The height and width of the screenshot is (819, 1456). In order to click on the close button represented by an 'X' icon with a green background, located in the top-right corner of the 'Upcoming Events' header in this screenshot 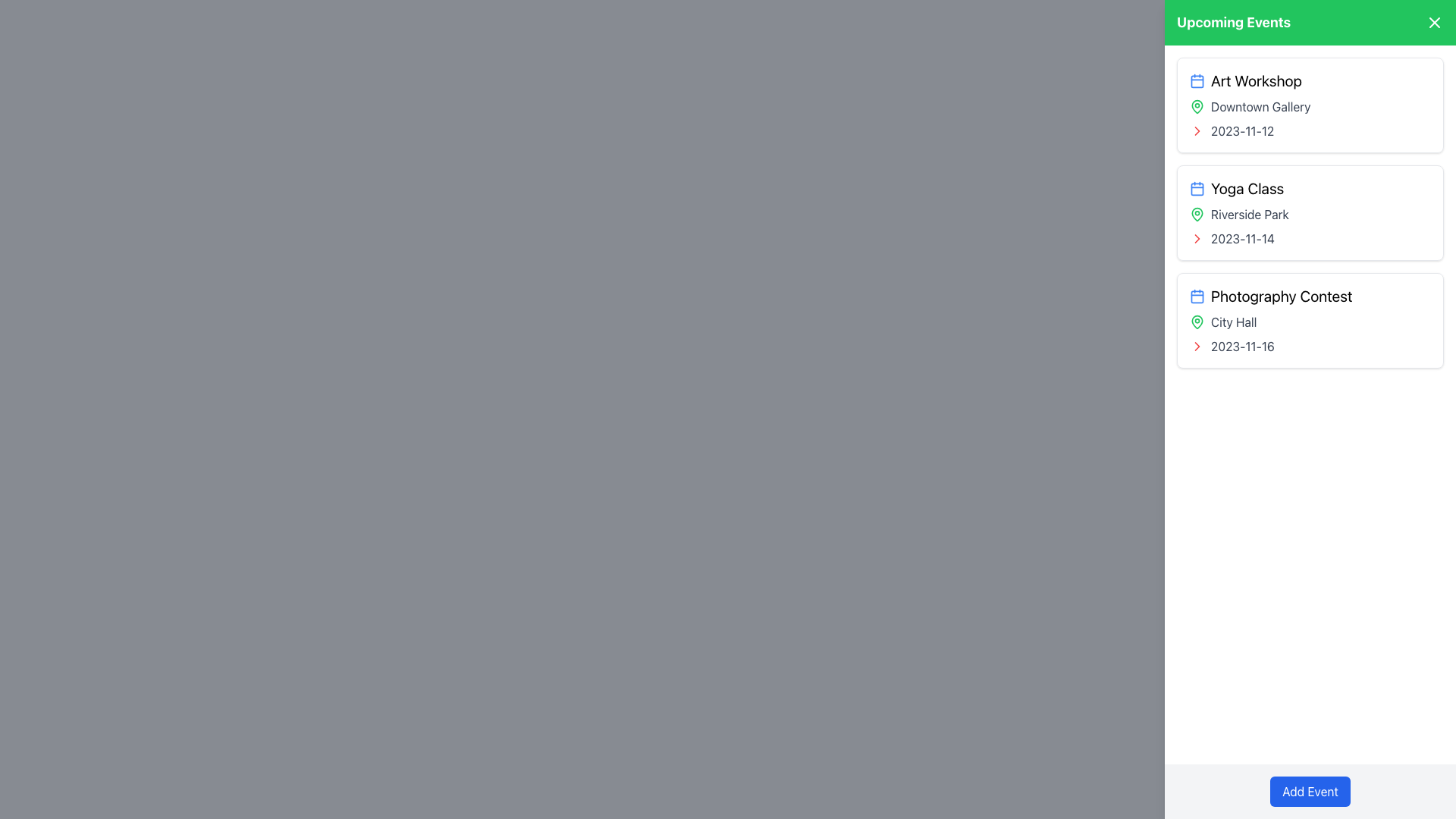, I will do `click(1433, 23)`.